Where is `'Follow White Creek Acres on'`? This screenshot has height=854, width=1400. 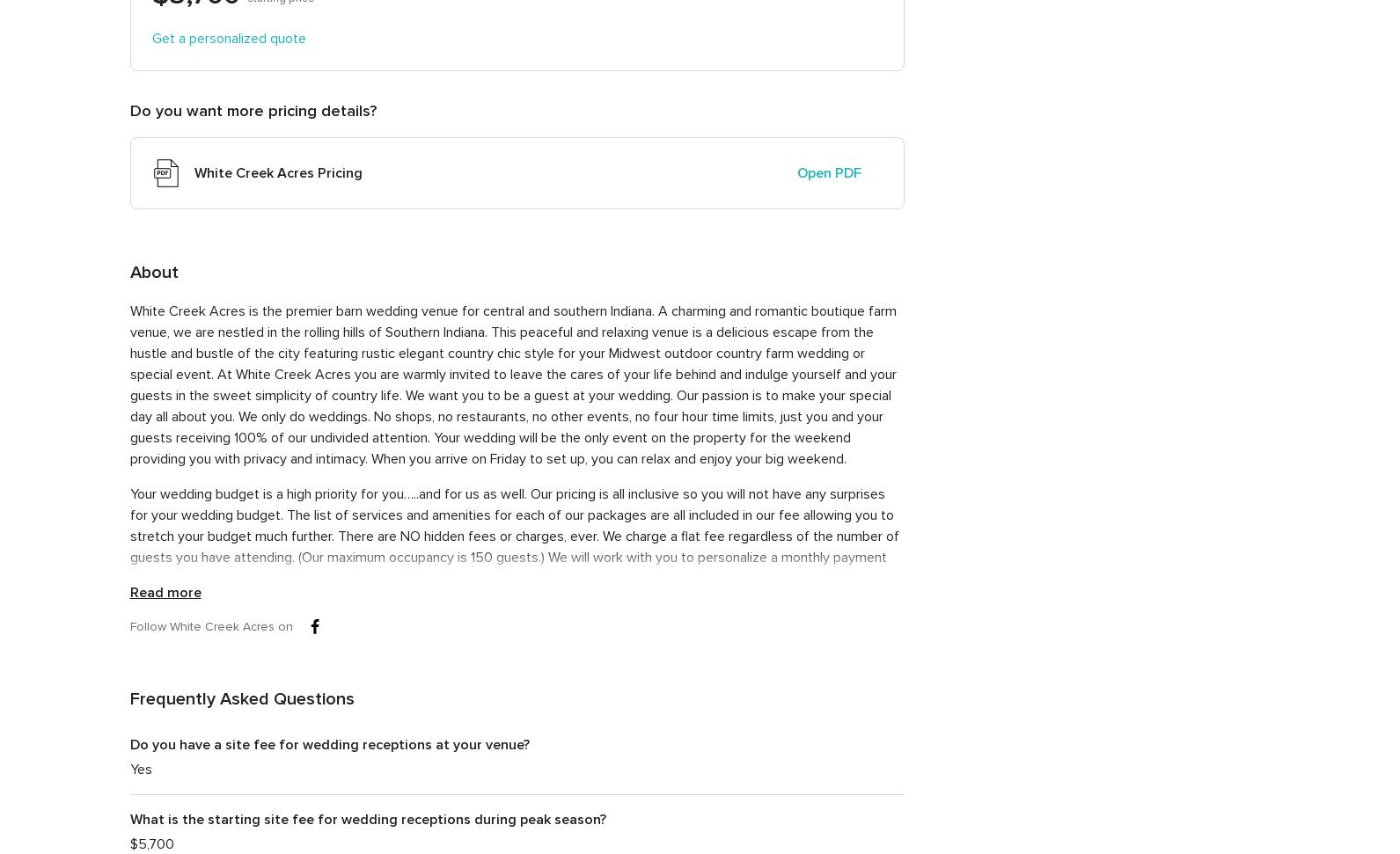
'Follow White Creek Acres on' is located at coordinates (209, 625).